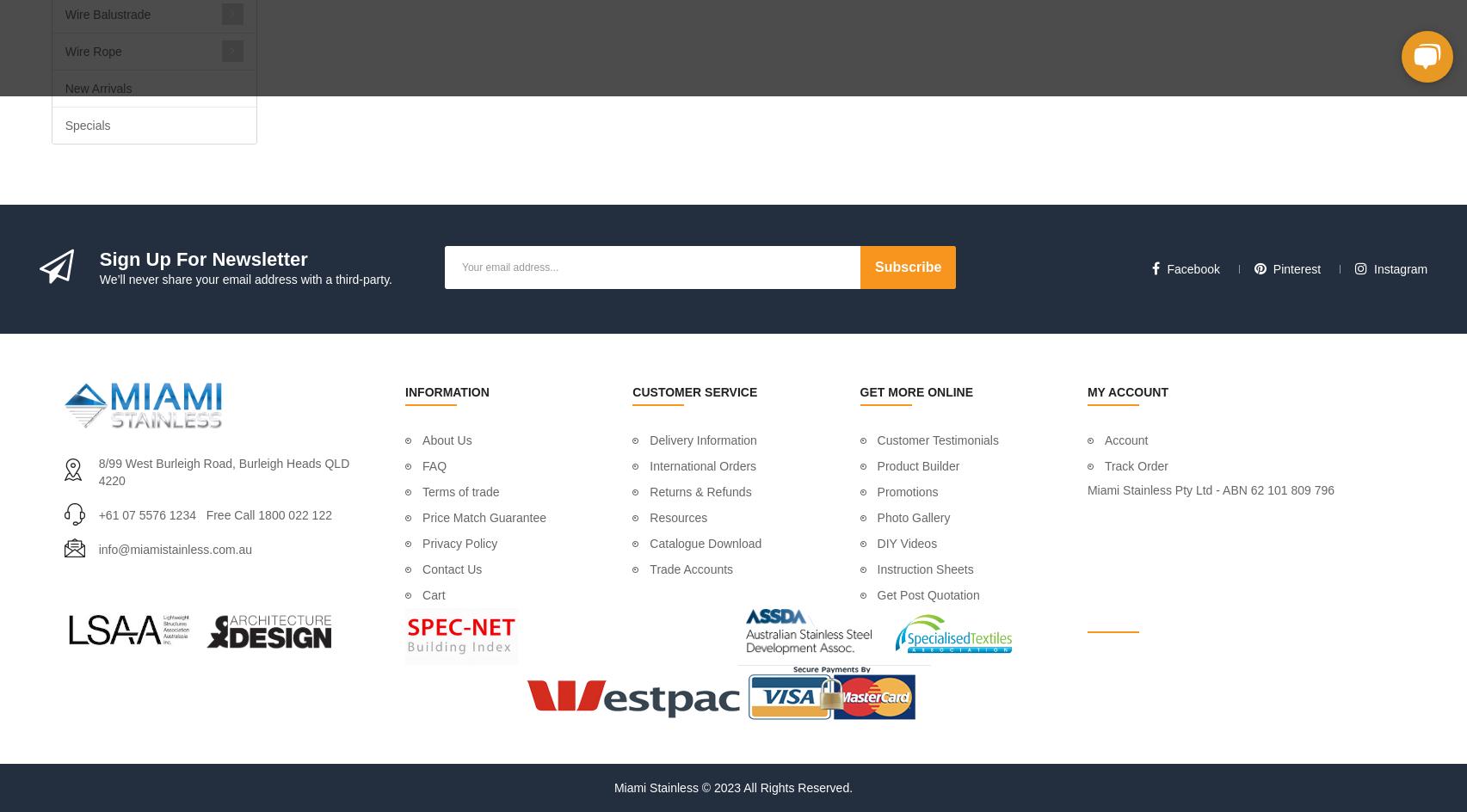 This screenshot has height=812, width=1467. I want to click on 'DIY Videos', so click(906, 544).